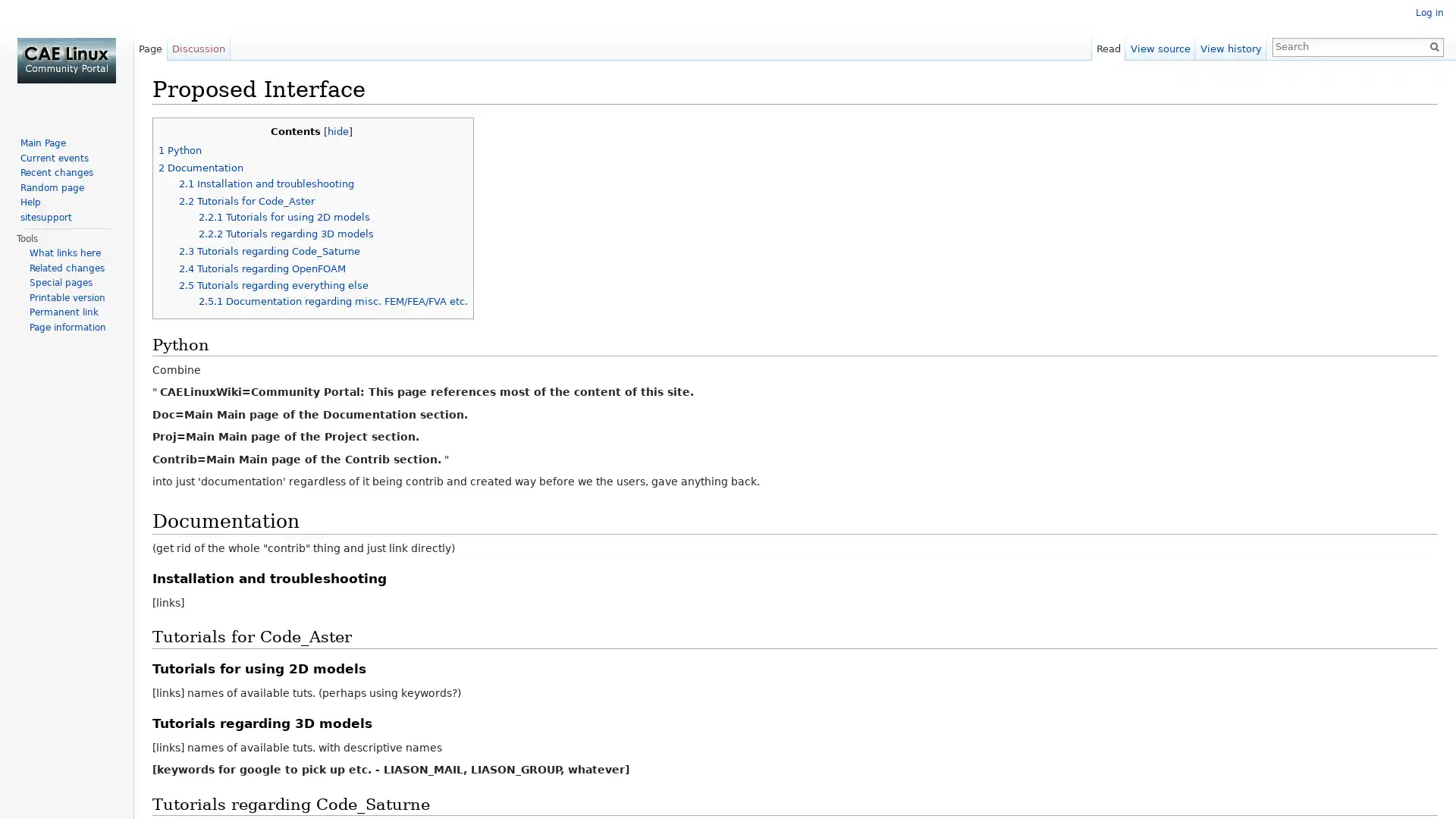  What do you see at coordinates (1433, 45) in the screenshot?
I see `Go` at bounding box center [1433, 45].